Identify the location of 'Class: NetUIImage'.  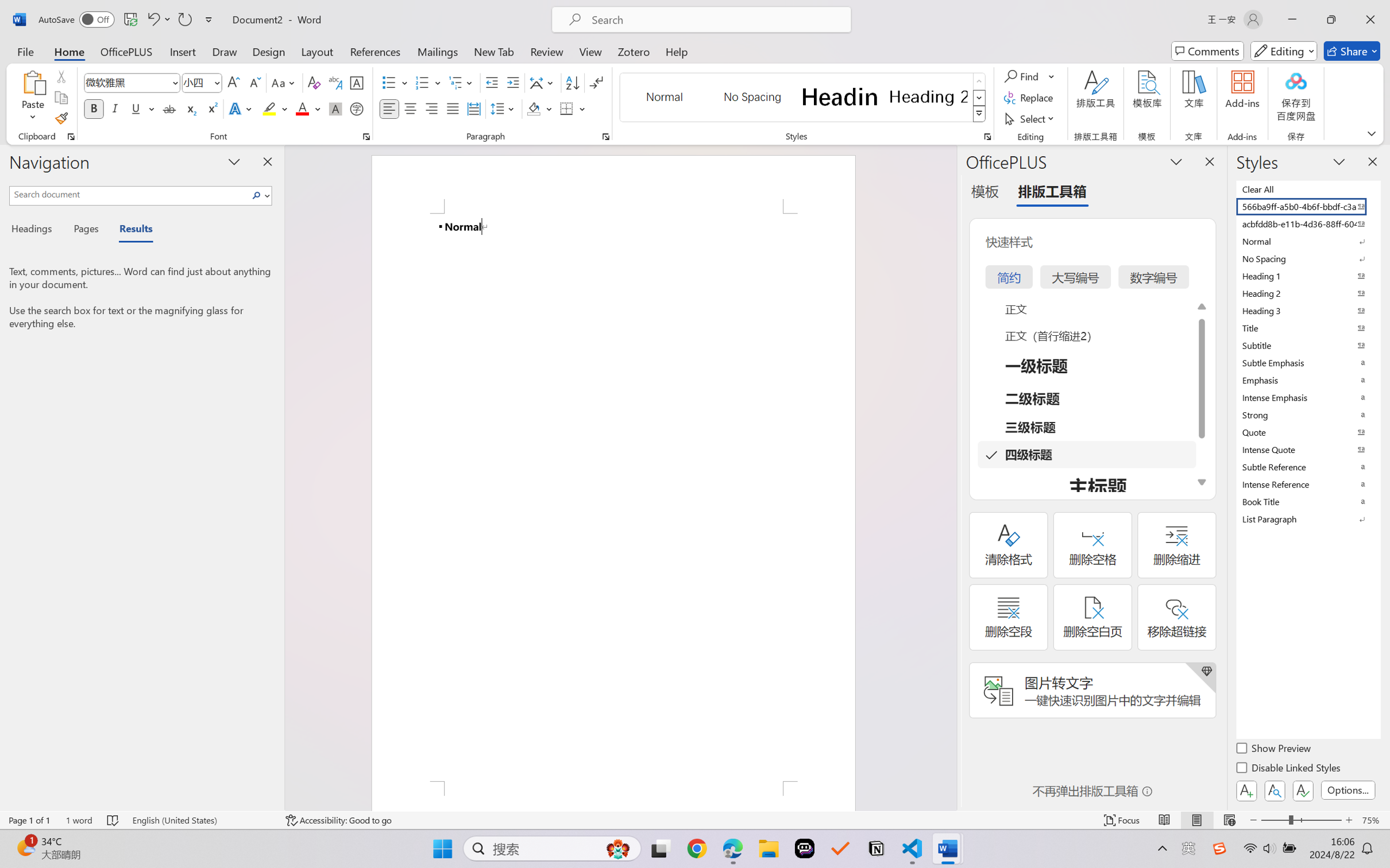
(978, 114).